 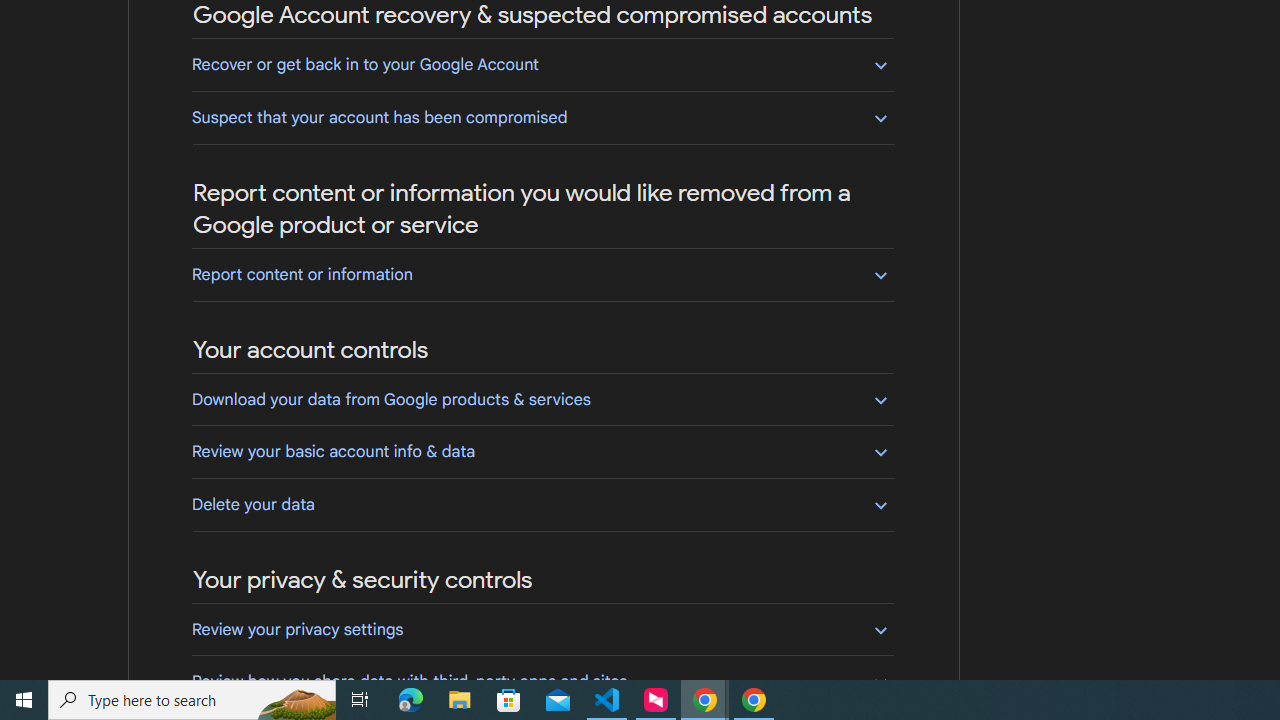 What do you see at coordinates (542, 274) in the screenshot?
I see `'Report content or information'` at bounding box center [542, 274].